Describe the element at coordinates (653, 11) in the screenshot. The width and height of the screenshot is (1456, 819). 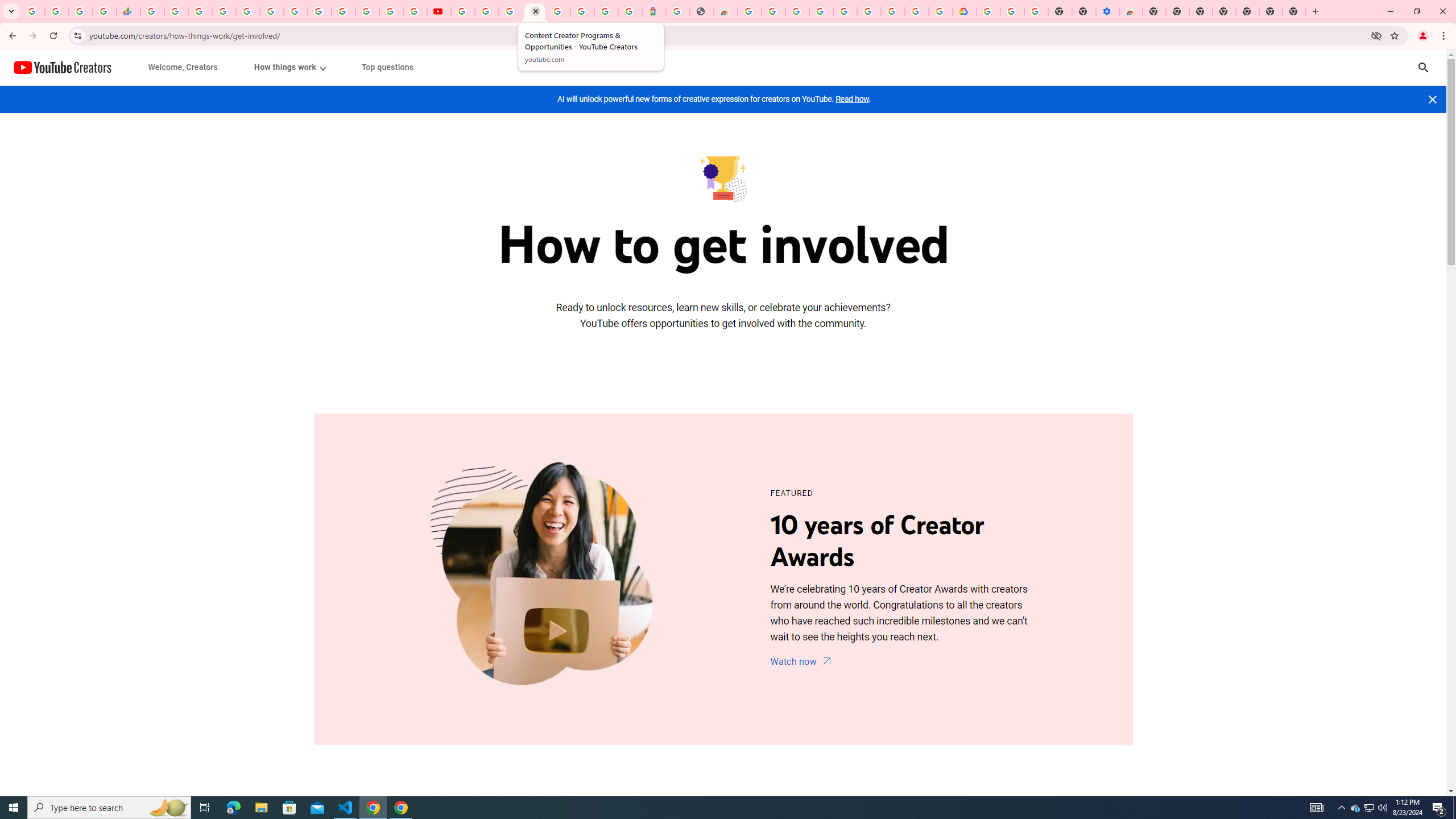
I see `'Atour Hotel - Google hotels'` at that location.